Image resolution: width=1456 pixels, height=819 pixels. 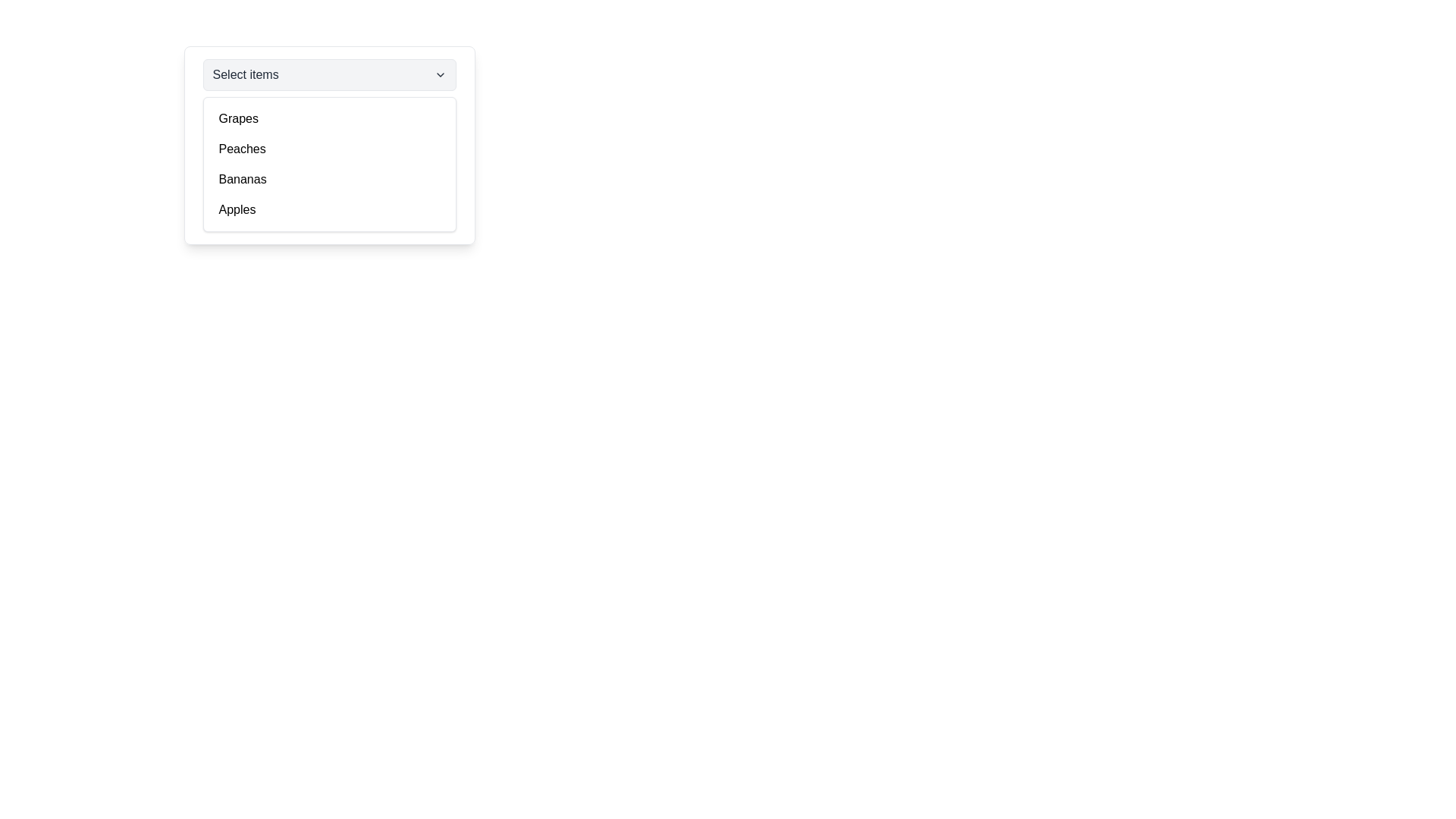 What do you see at coordinates (246, 75) in the screenshot?
I see `the text label reading 'Select items' located within the dropdown menu trigger area, positioned prominently to the left of the chevron icon` at bounding box center [246, 75].